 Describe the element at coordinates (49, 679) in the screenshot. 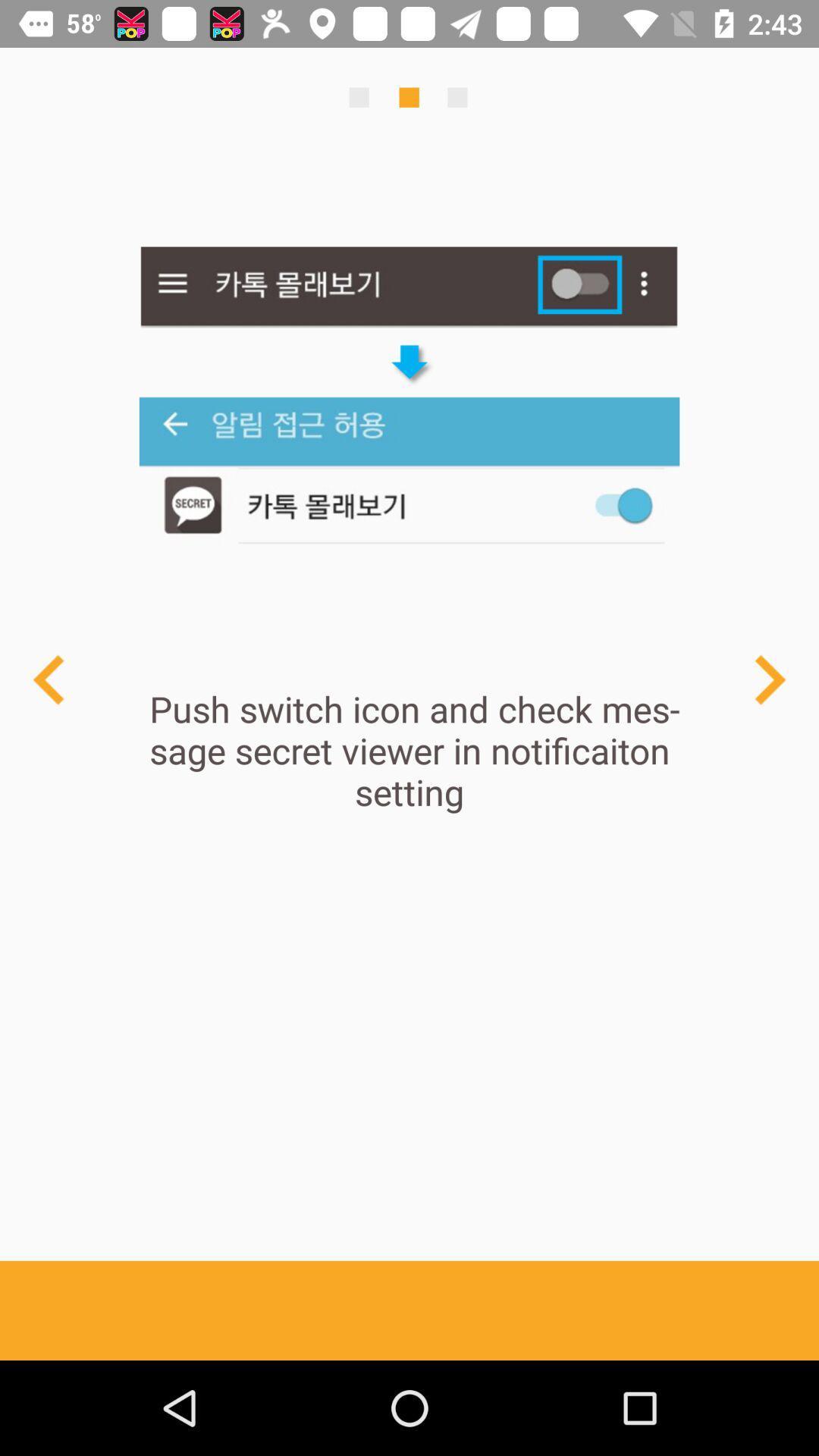

I see `previous page` at that location.